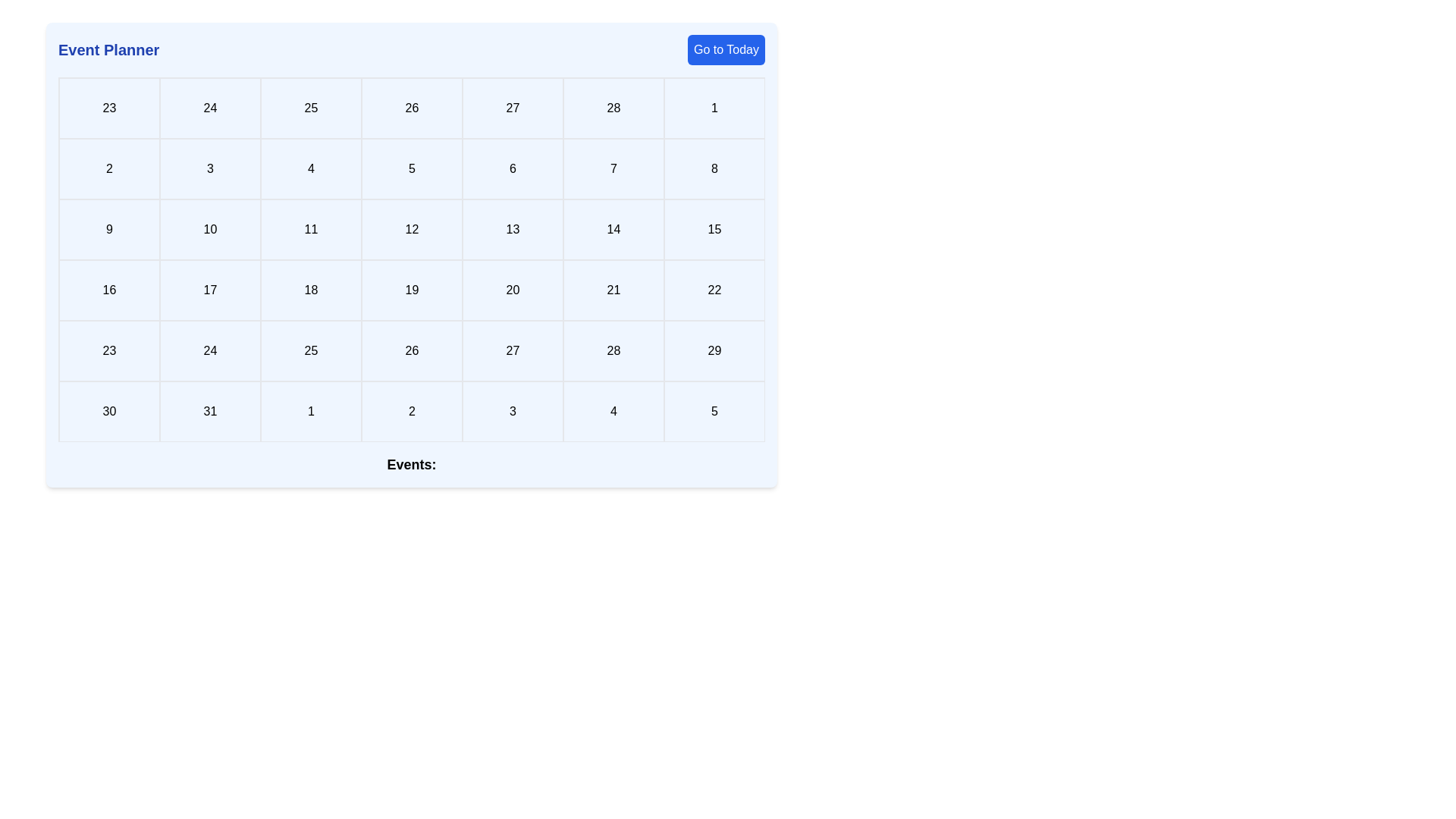 The width and height of the screenshot is (1456, 819). I want to click on the Calendar date cell in the fourth row and second column, so click(209, 290).